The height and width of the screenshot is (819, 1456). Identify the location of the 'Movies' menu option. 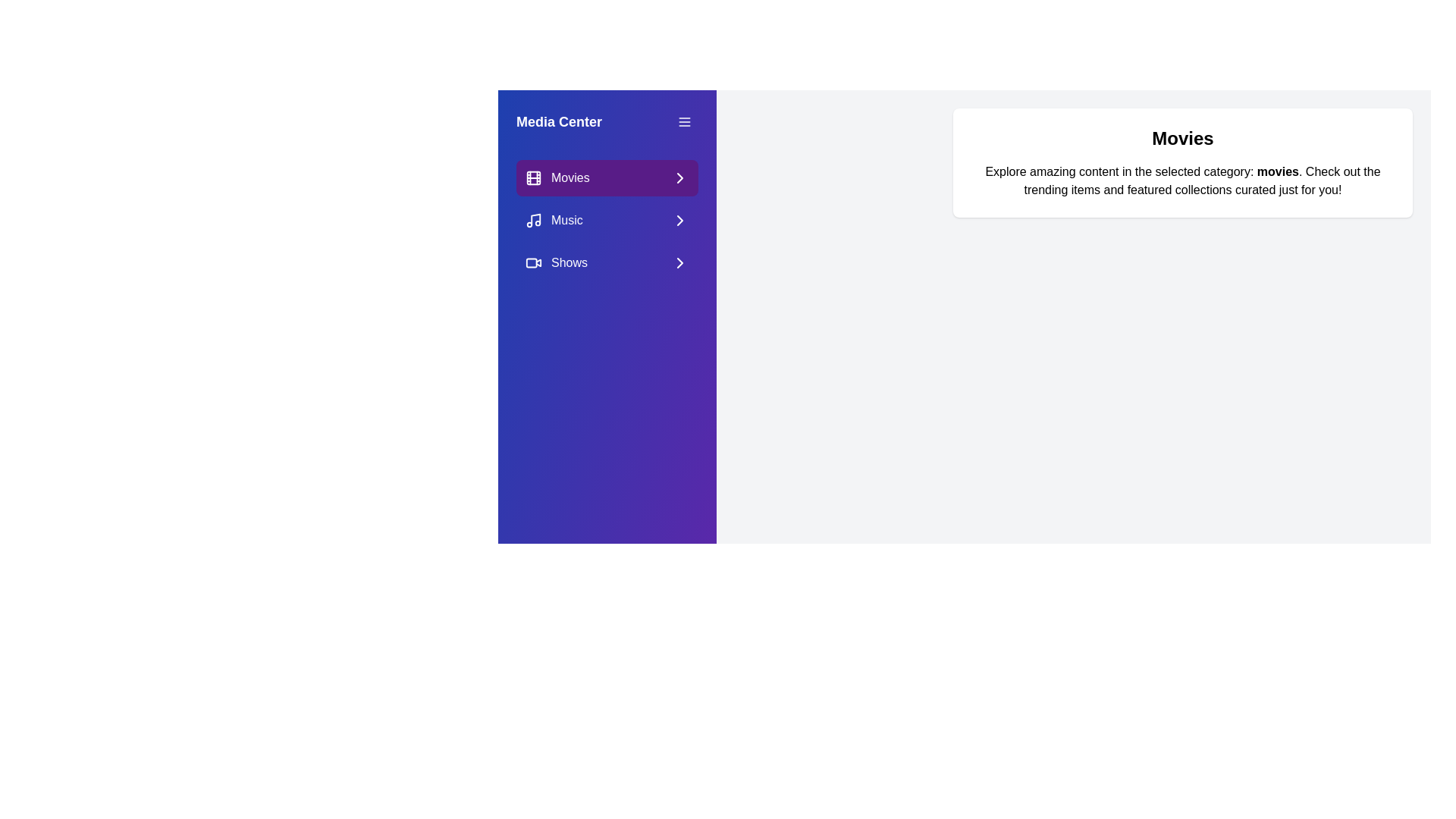
(607, 177).